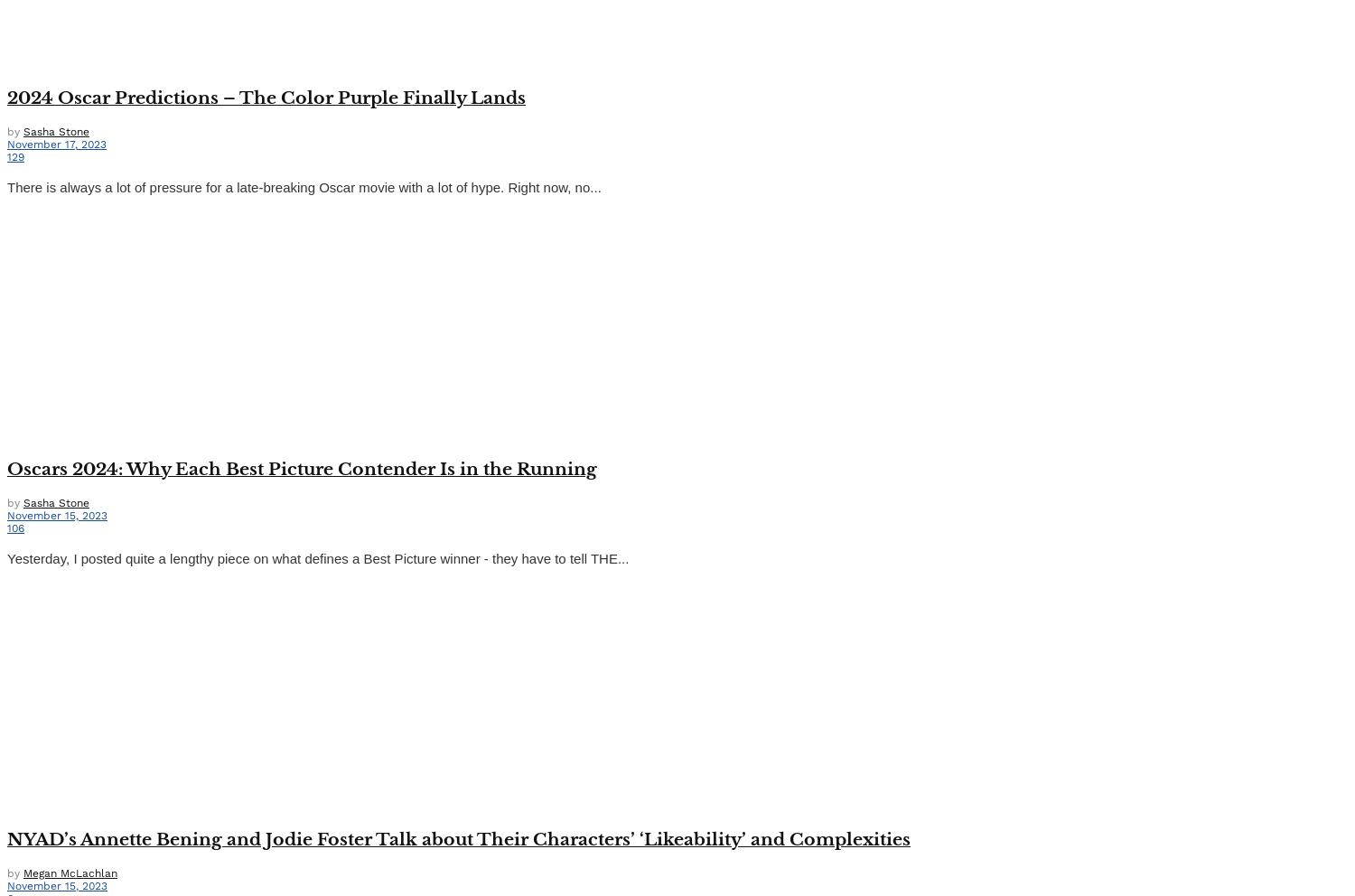  What do you see at coordinates (303, 186) in the screenshot?
I see `'There is always a lot of pressure for a late-breaking Oscar movie with a lot of hype. Right now, no...'` at bounding box center [303, 186].